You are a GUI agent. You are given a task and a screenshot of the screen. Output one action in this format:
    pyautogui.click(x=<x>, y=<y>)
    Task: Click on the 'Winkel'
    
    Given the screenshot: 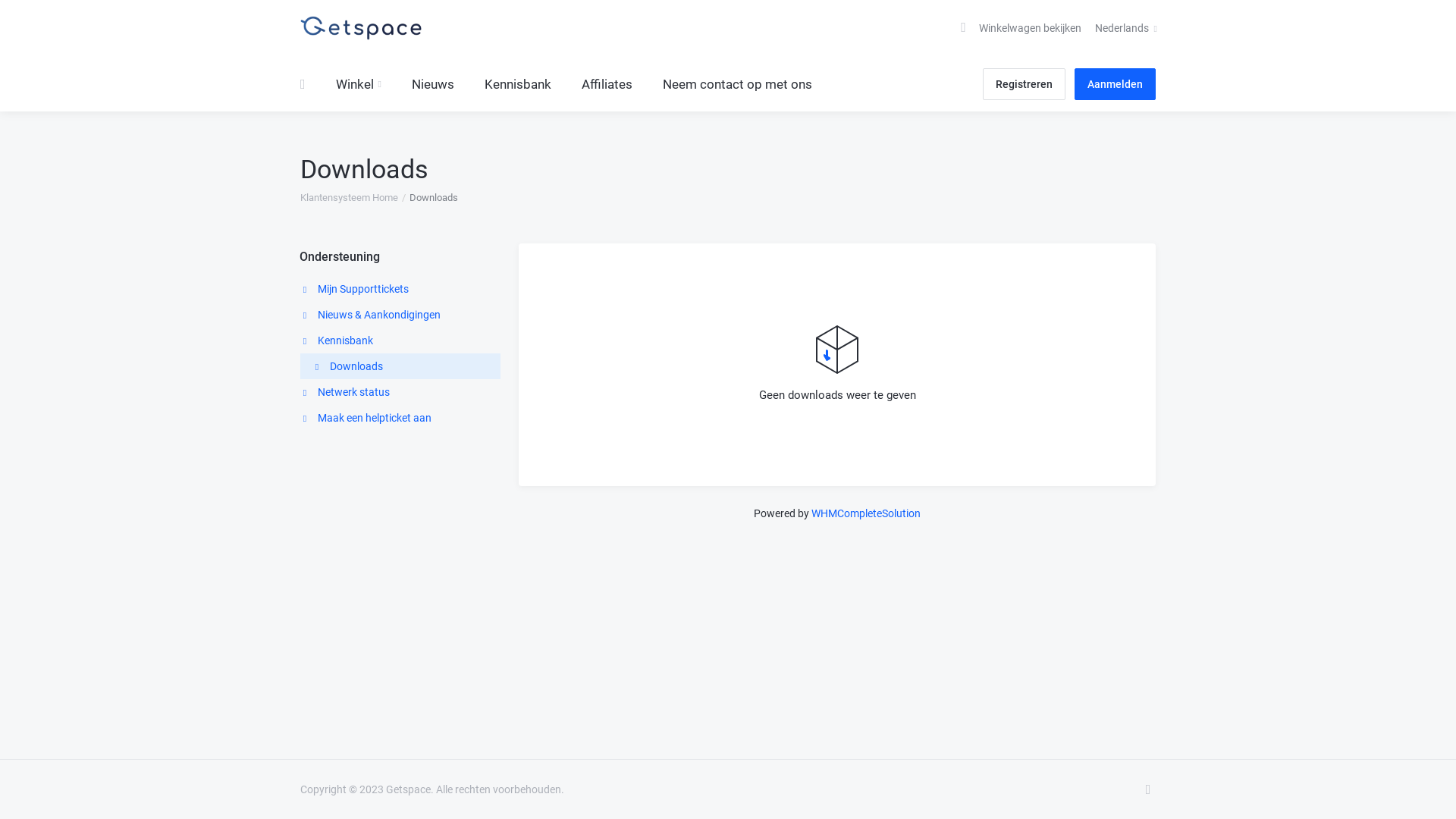 What is the action you would take?
    pyautogui.click(x=358, y=84)
    